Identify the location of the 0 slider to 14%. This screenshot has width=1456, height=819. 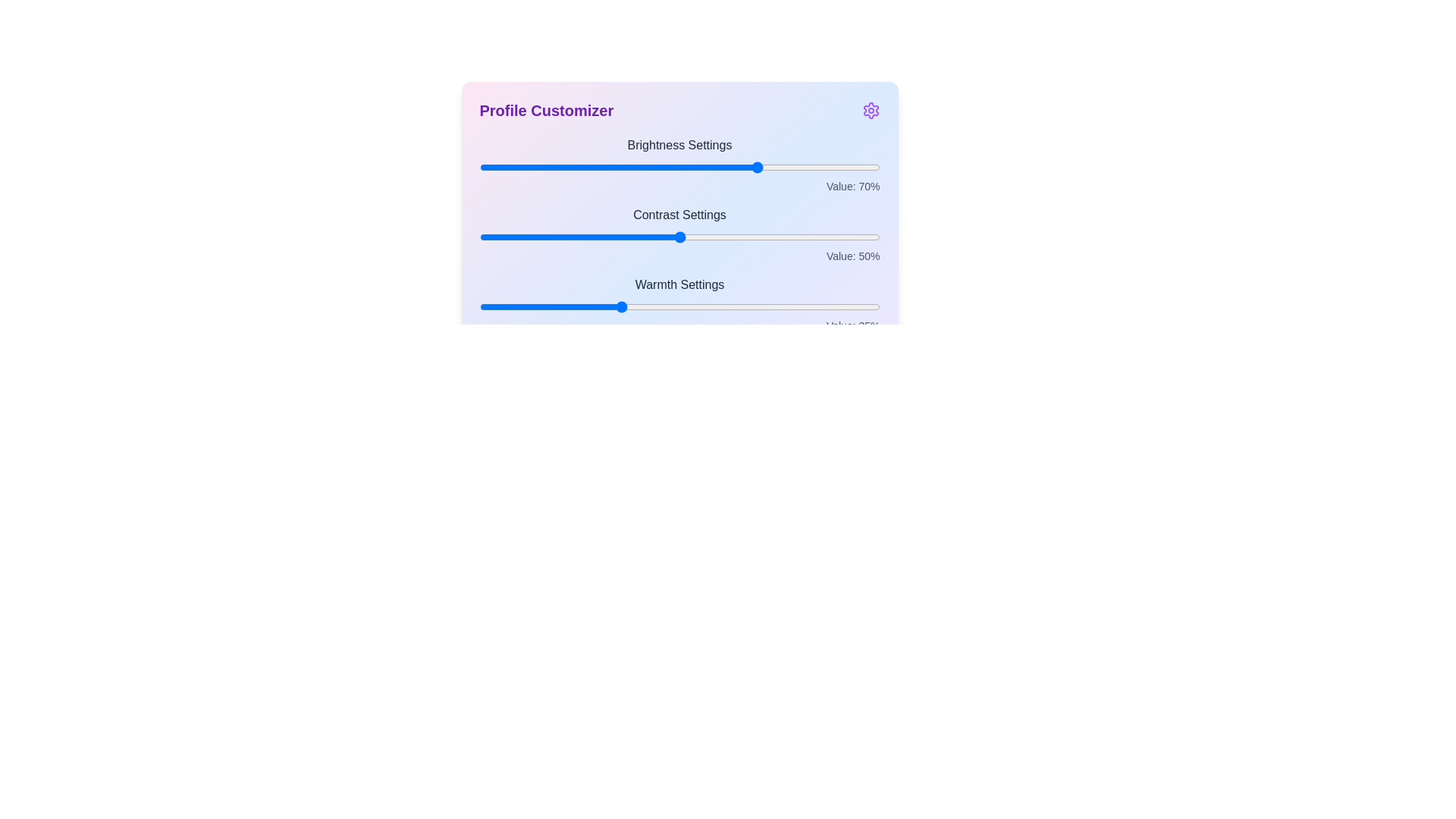
(535, 167).